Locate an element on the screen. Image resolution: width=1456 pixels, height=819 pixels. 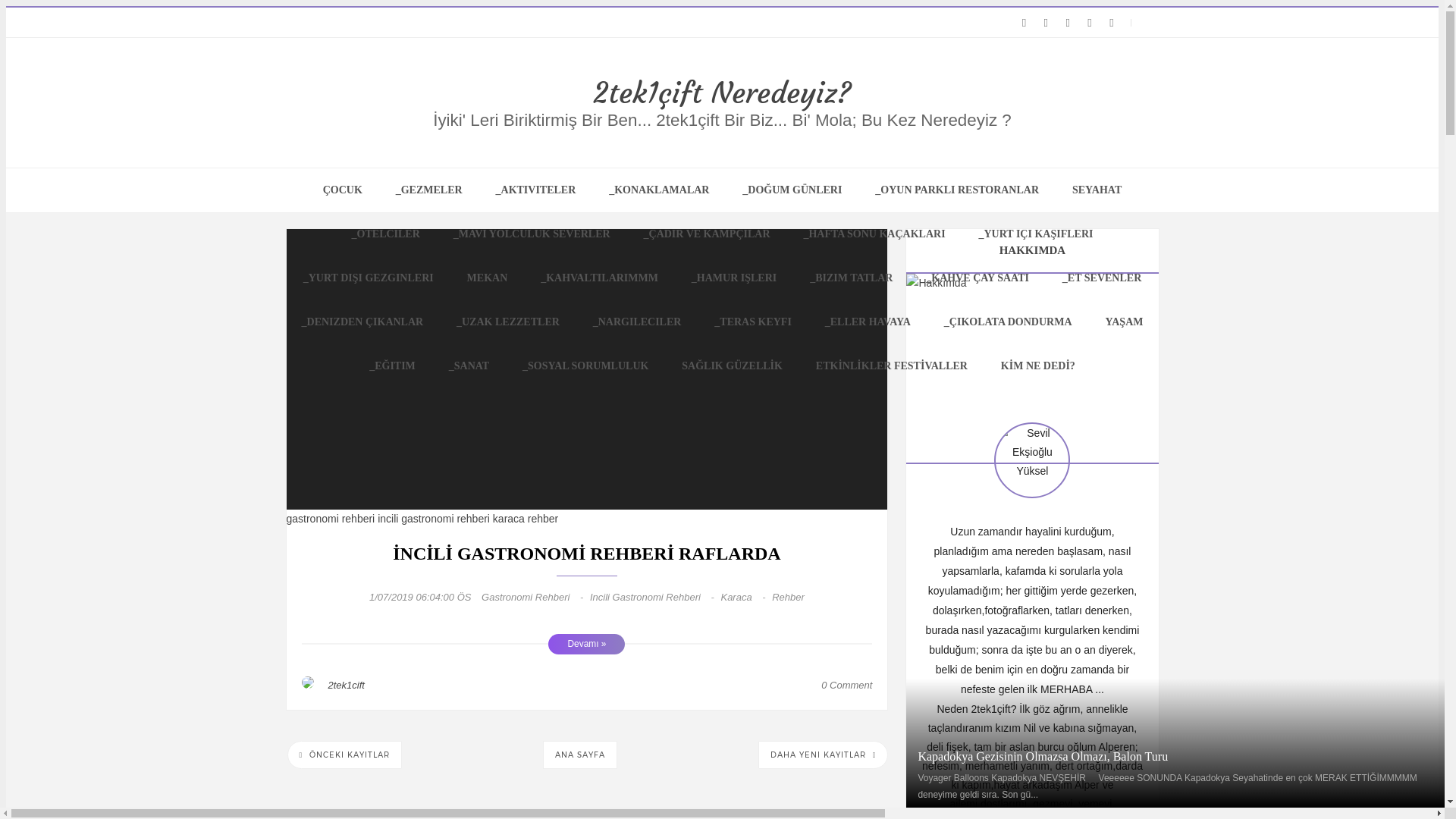
'_SANAT' is located at coordinates (468, 366).